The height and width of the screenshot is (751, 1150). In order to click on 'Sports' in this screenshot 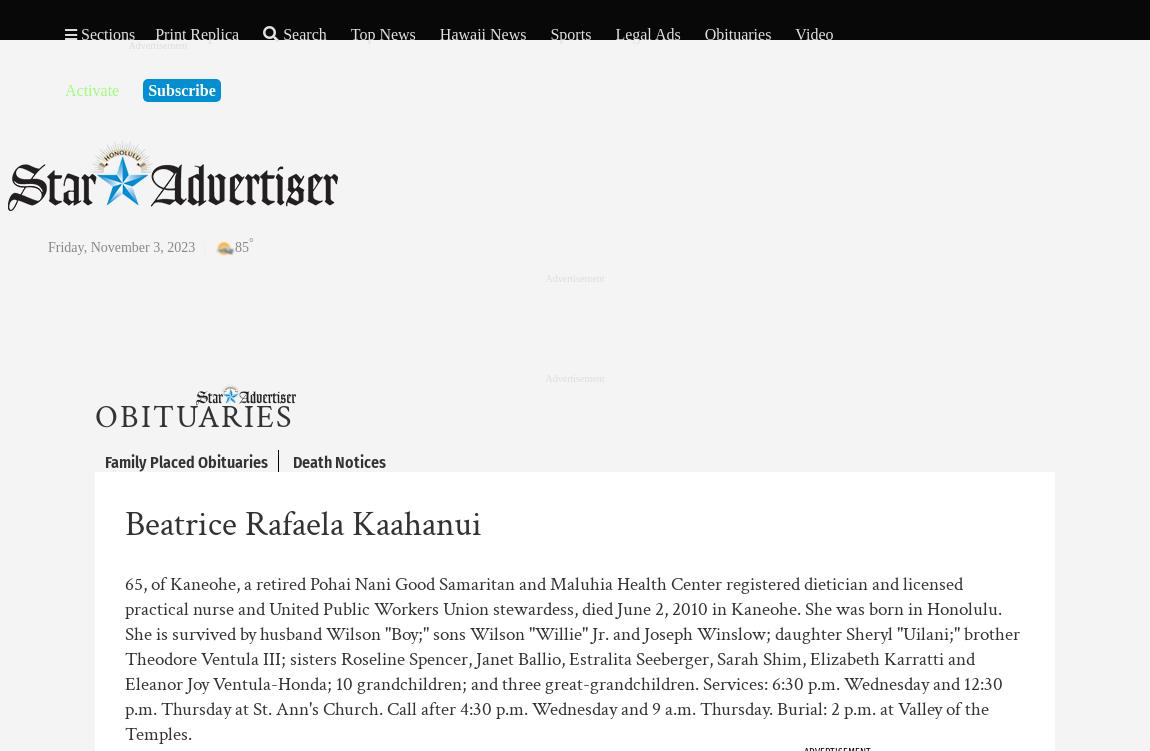, I will do `click(550, 34)`.